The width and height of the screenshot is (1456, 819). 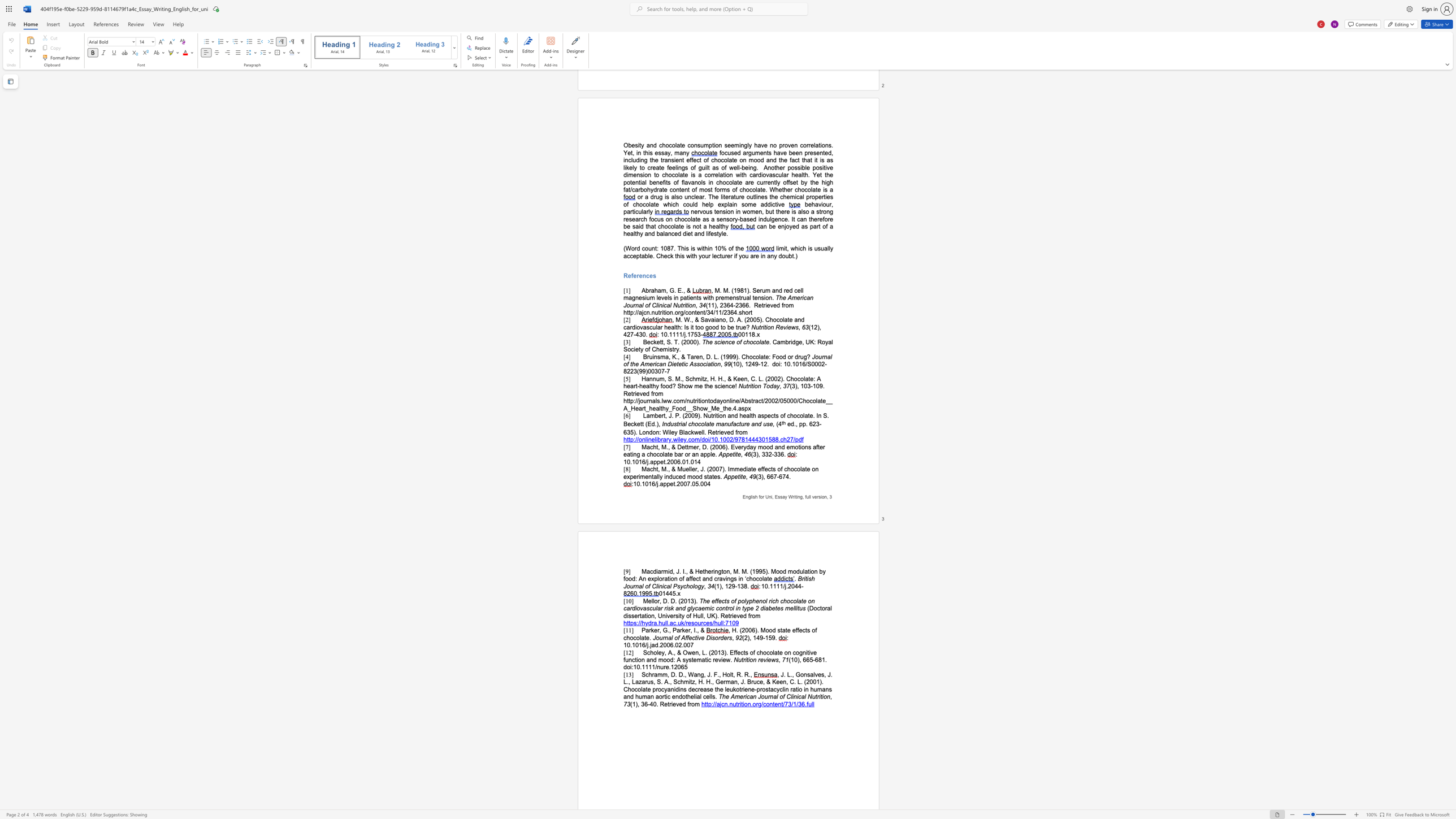 What do you see at coordinates (751, 454) in the screenshot?
I see `the subset text "(3), 332-336." within the text "(3), 332-336."` at bounding box center [751, 454].